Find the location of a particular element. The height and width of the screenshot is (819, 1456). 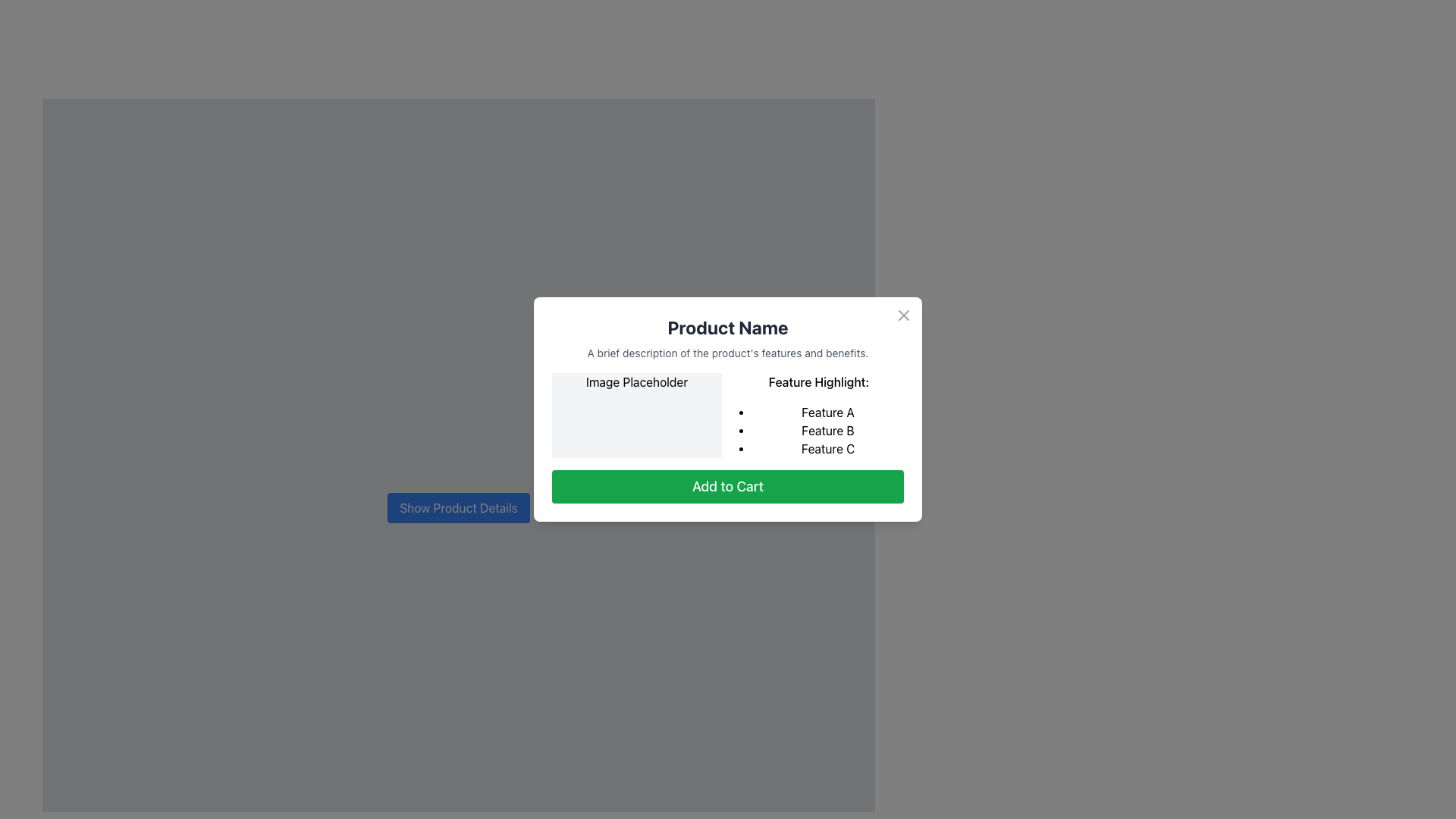

the bold and large text label displaying 'Product Name' located at the top of the card-like interface is located at coordinates (728, 327).